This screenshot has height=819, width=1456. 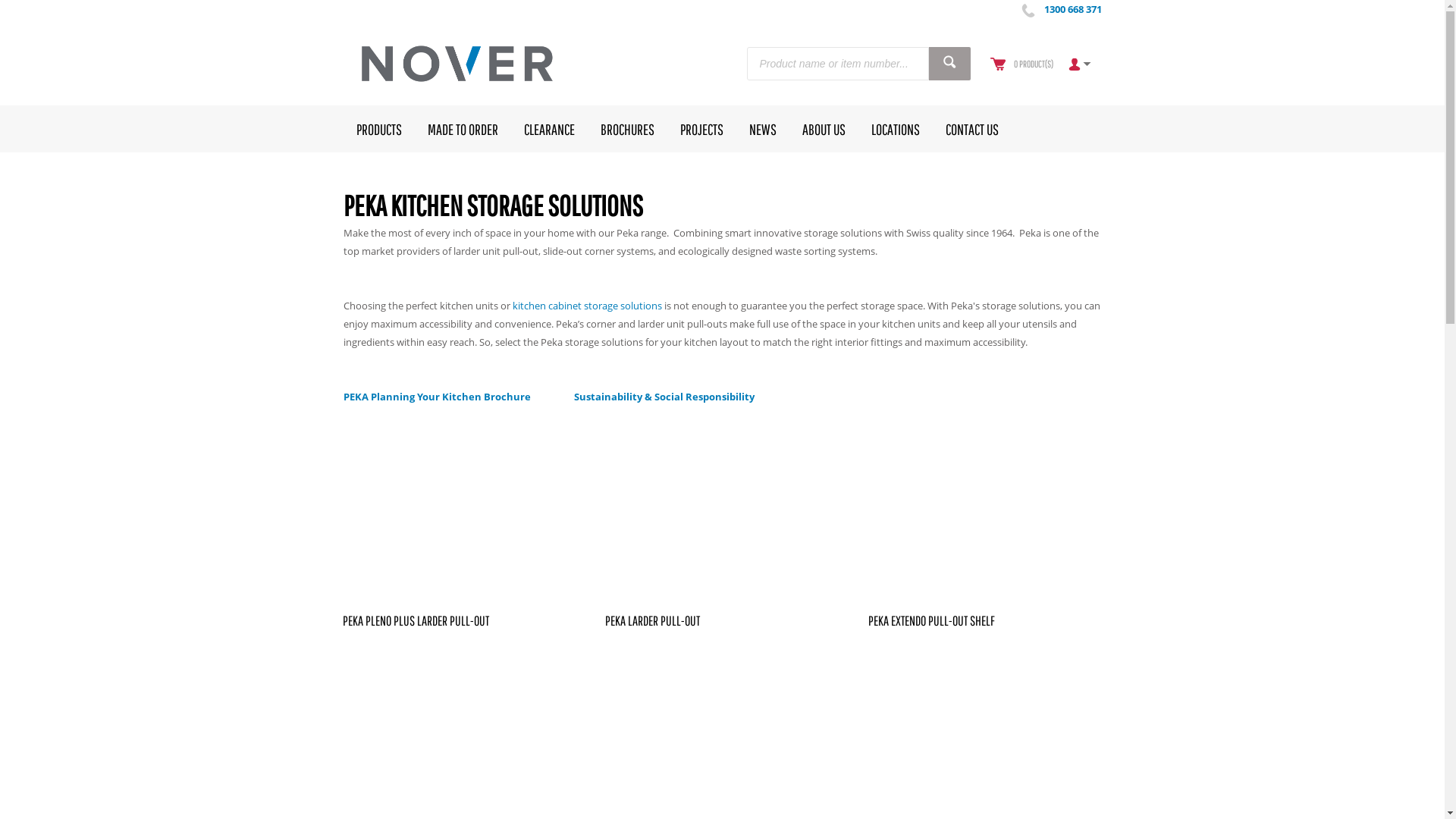 I want to click on '1300 668 371', so click(x=1072, y=8).